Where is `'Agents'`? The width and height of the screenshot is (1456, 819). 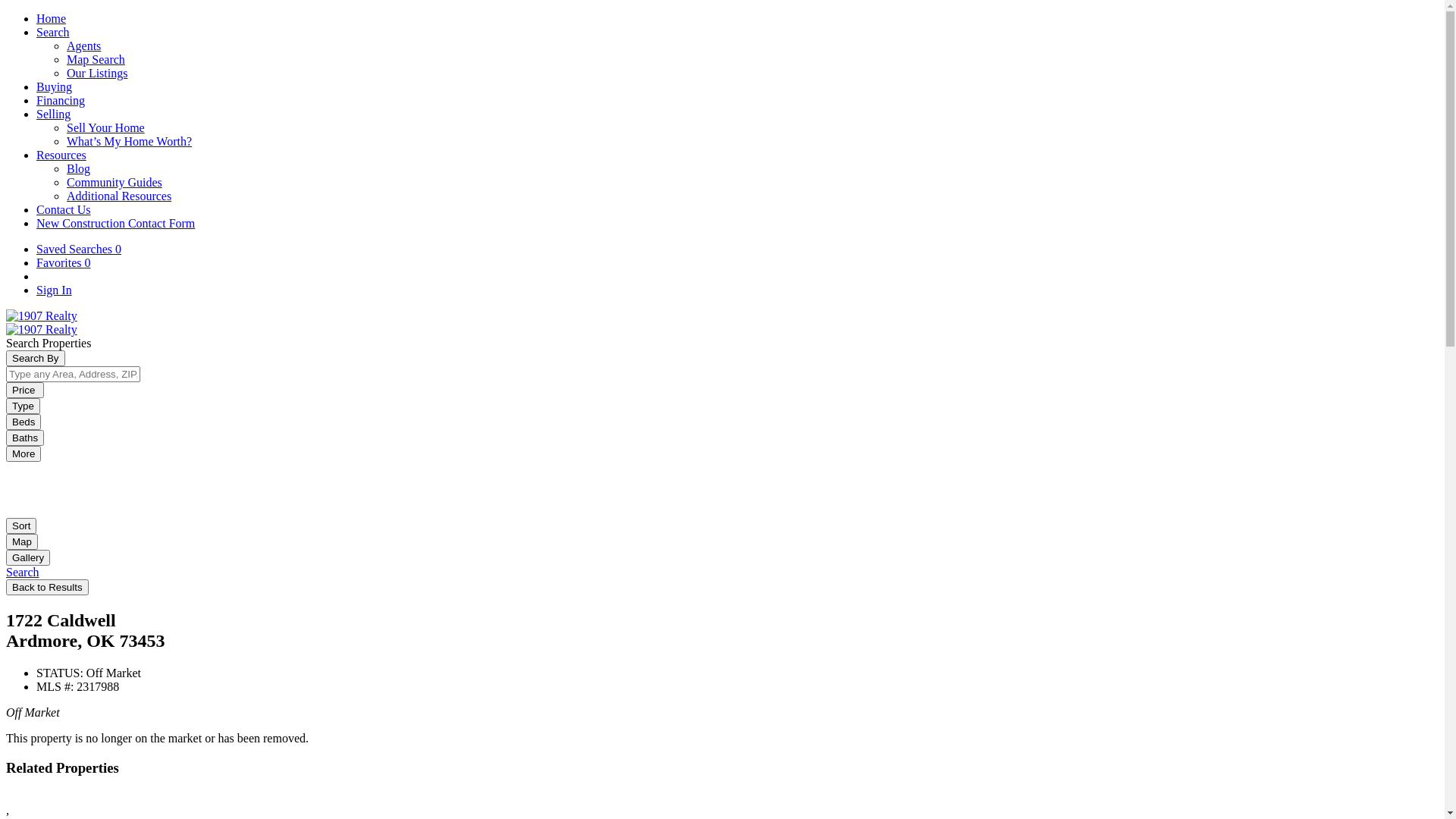 'Agents' is located at coordinates (83, 45).